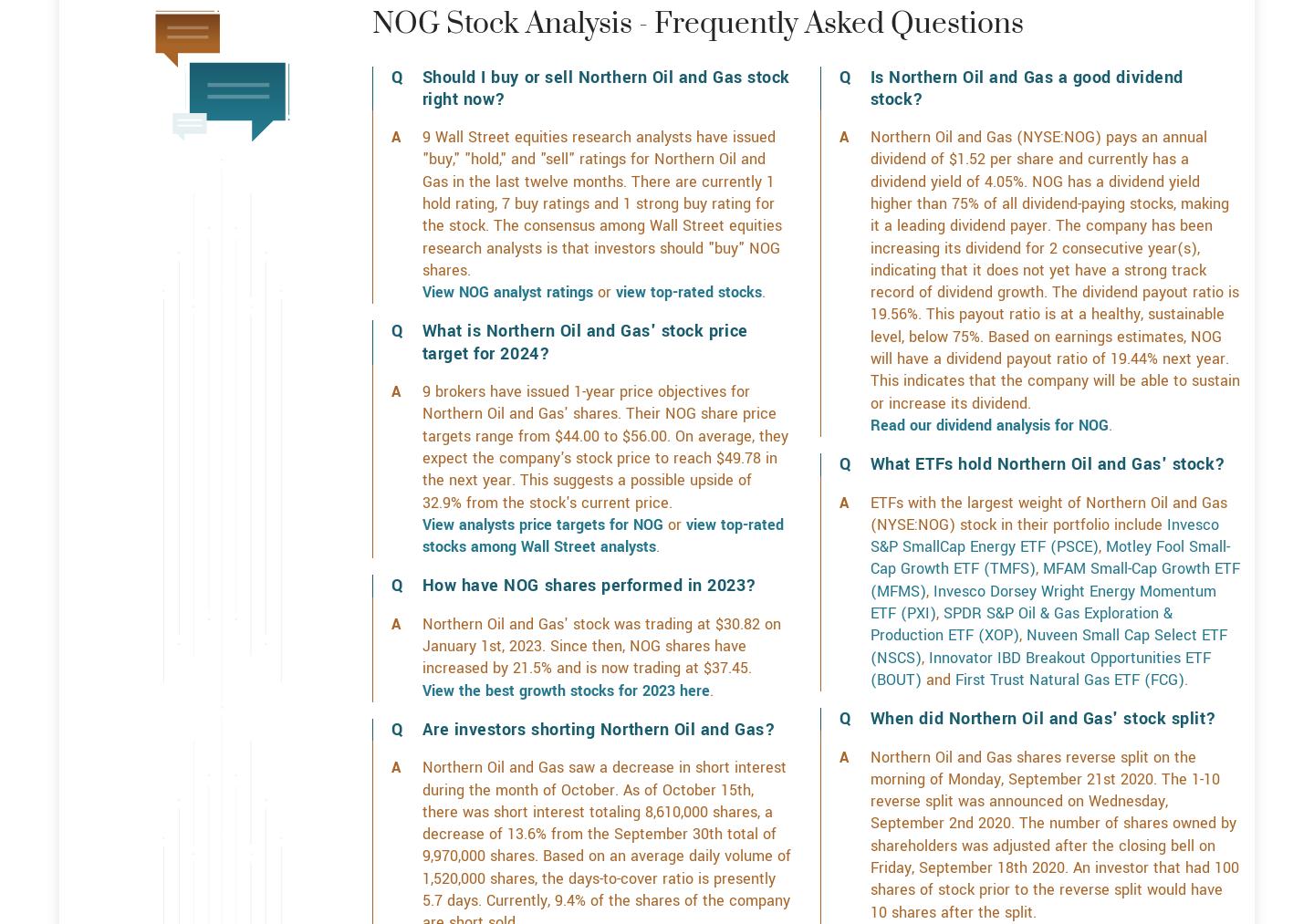 Image resolution: width=1314 pixels, height=924 pixels. I want to click on 'Motley Fool Small-Cap Growth ETF (TMFS)', so click(1048, 621).